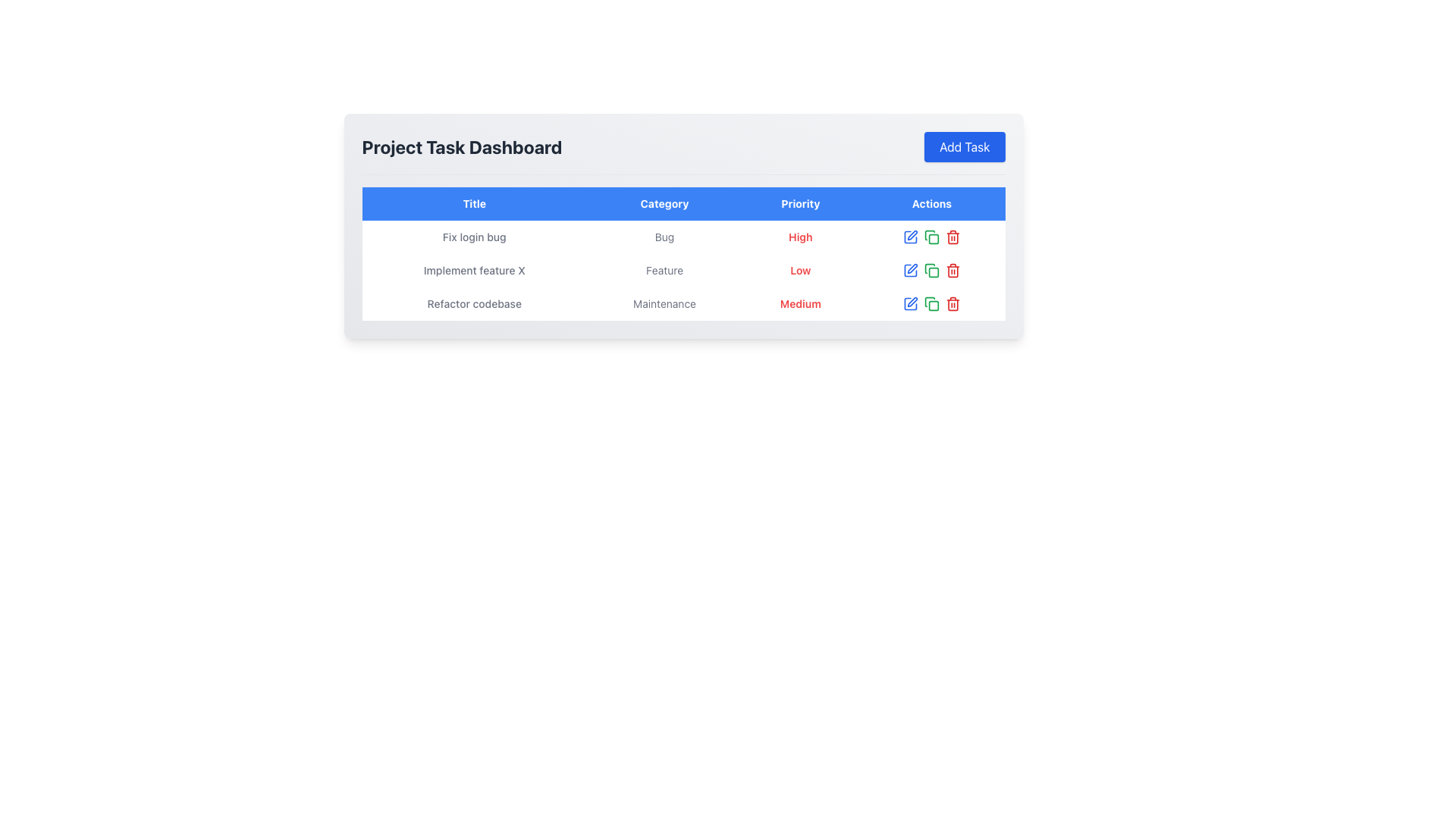  What do you see at coordinates (910, 270) in the screenshot?
I see `the edit icon button located in the 'Actions' column of the second row in the table` at bounding box center [910, 270].